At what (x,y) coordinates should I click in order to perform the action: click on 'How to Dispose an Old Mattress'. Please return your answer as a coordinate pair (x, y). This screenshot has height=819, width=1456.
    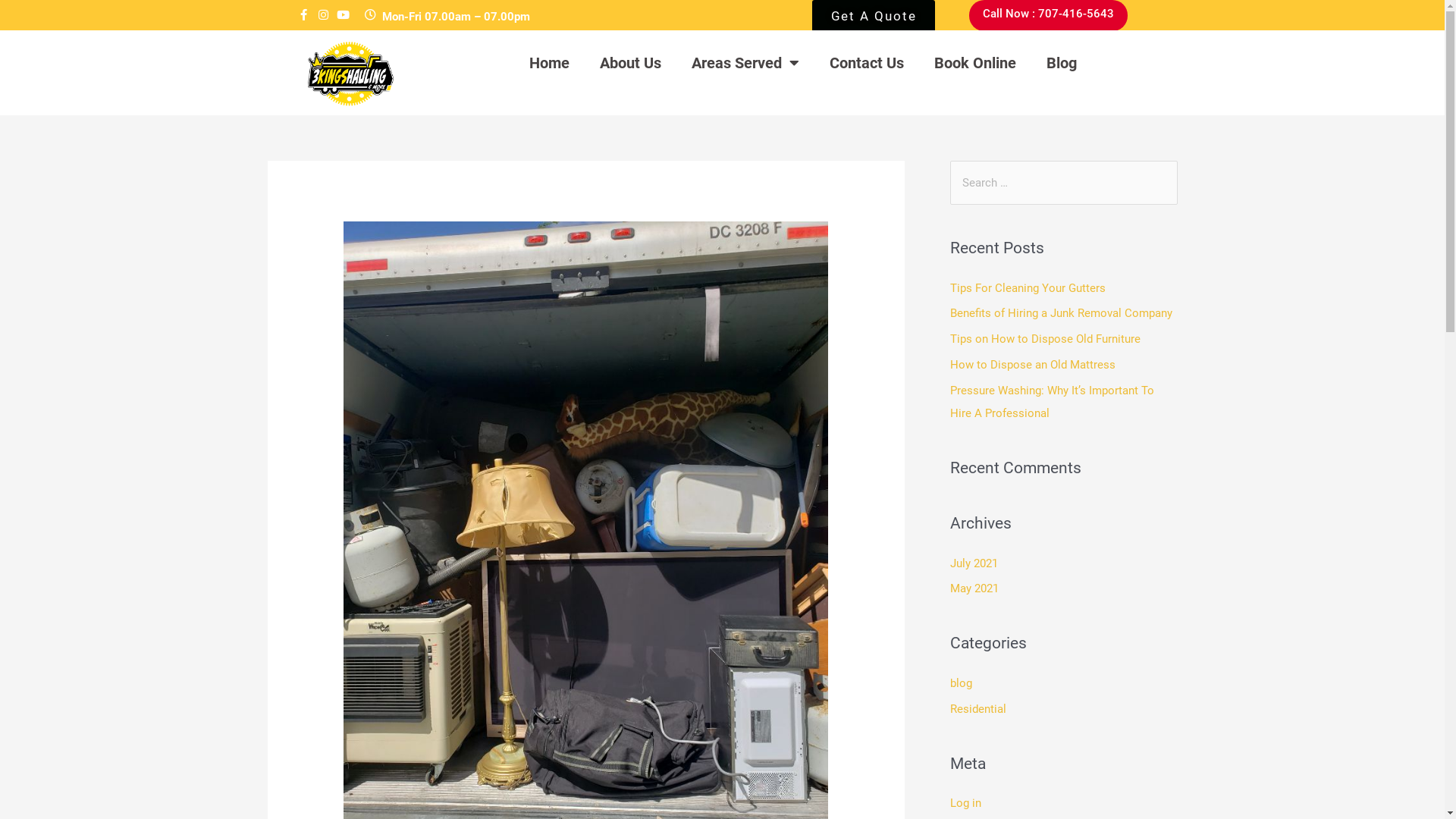
    Looking at the image, I should click on (1031, 365).